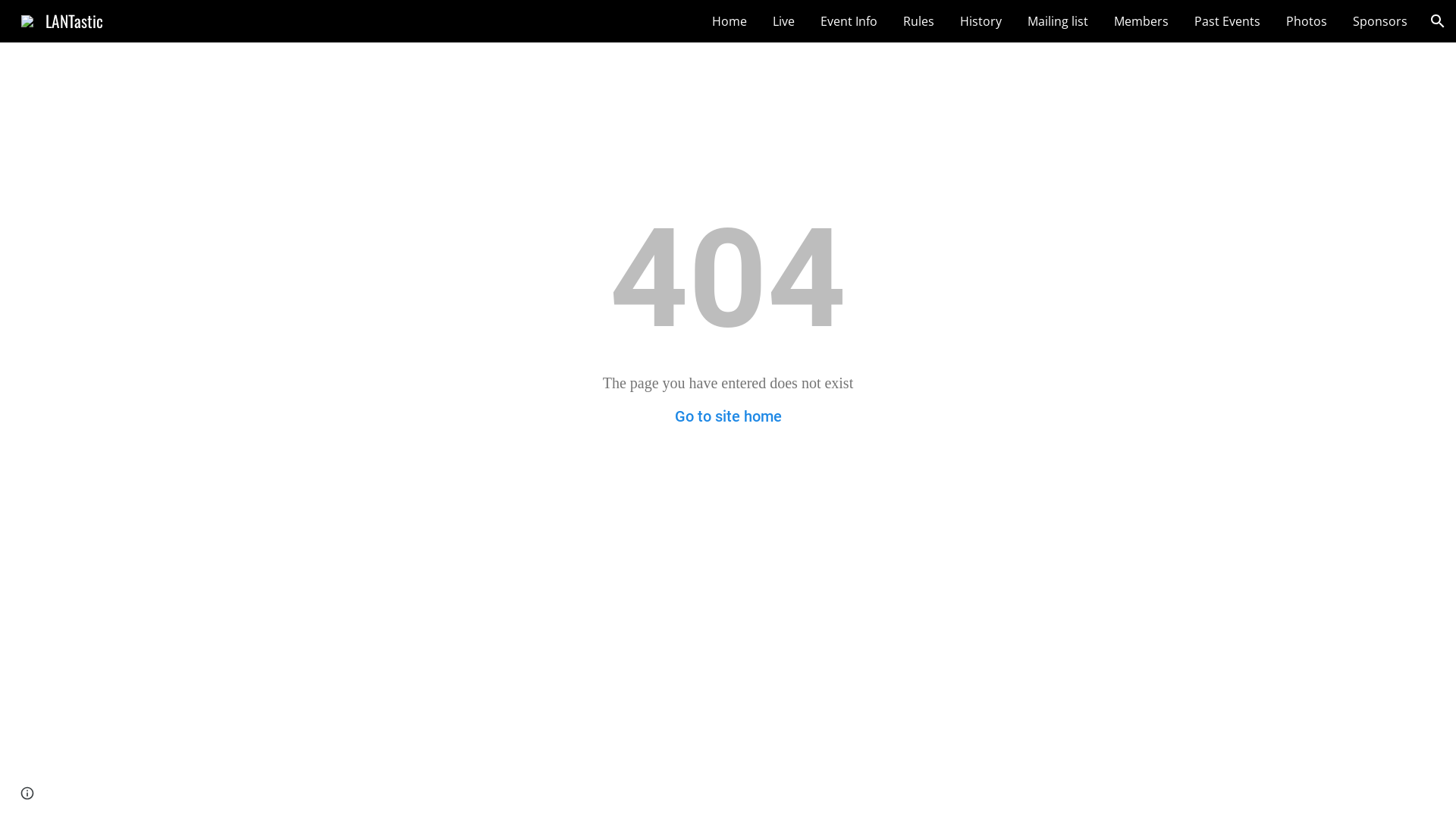 The height and width of the screenshot is (819, 1456). Describe the element at coordinates (1379, 20) in the screenshot. I see `'Sponsors'` at that location.